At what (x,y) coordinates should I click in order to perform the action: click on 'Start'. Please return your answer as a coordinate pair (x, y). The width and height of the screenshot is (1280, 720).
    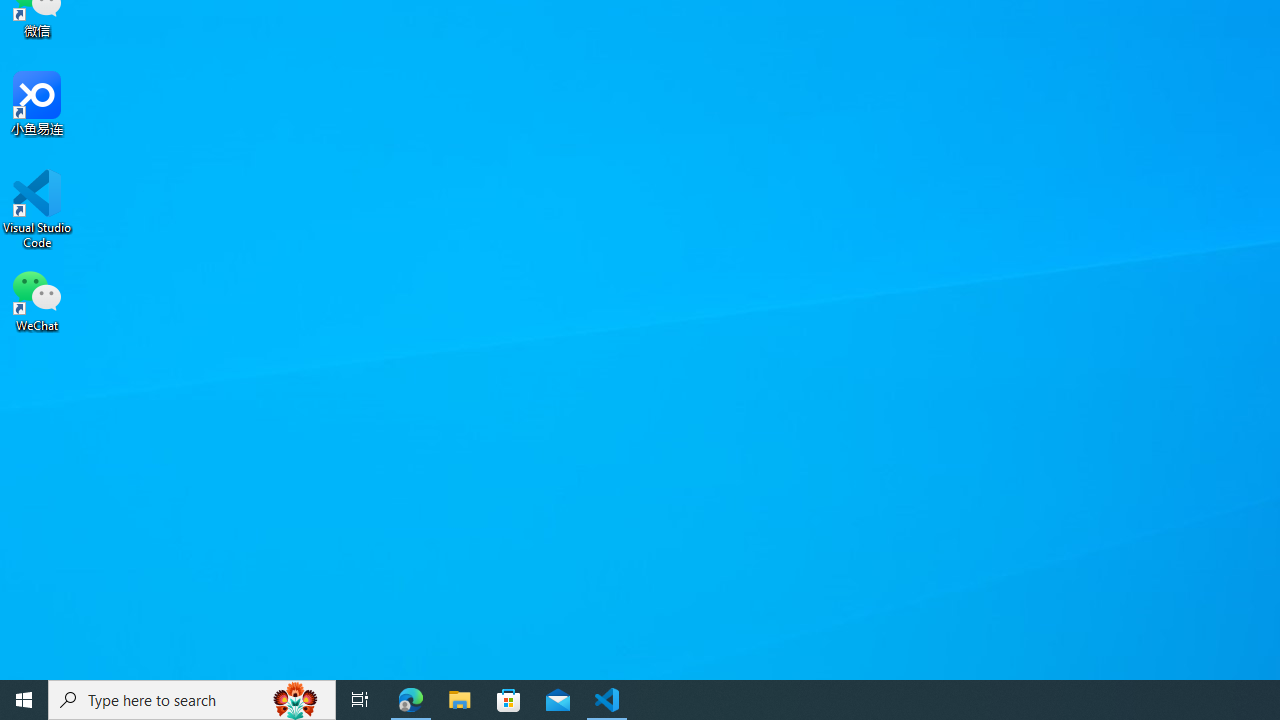
    Looking at the image, I should click on (24, 698).